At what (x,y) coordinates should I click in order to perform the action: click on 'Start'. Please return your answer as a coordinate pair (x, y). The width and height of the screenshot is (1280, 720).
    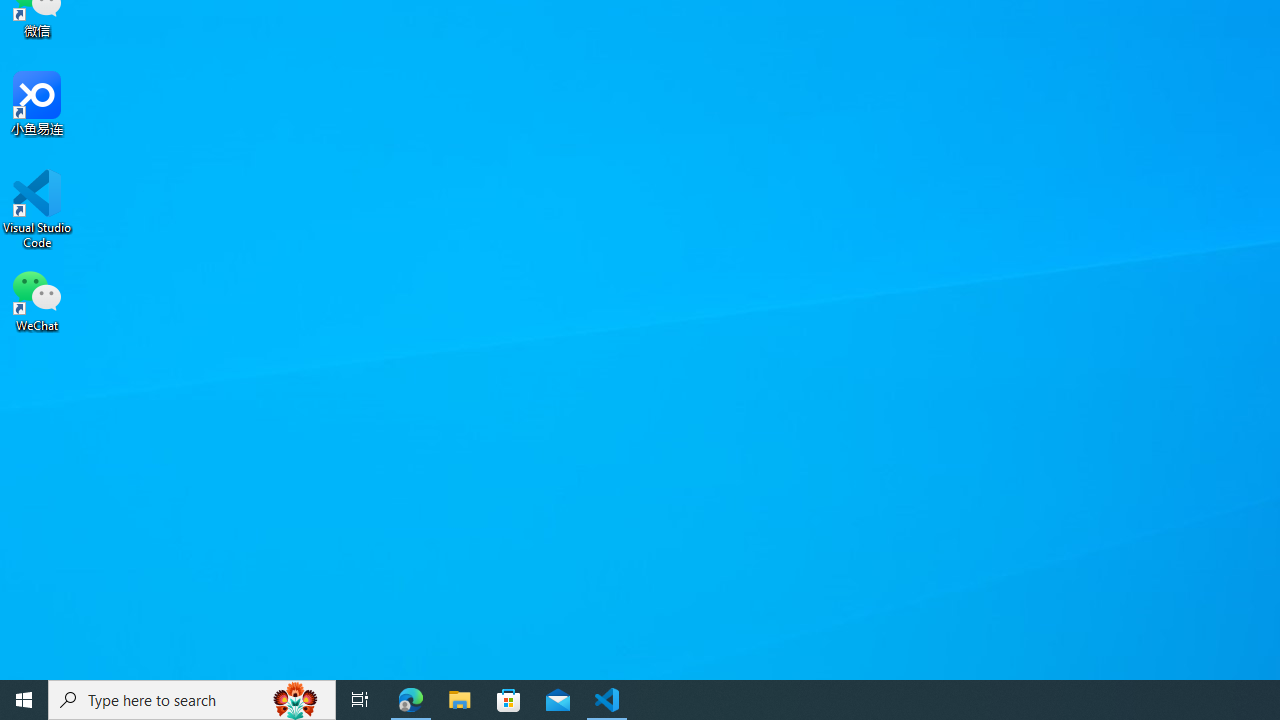
    Looking at the image, I should click on (24, 698).